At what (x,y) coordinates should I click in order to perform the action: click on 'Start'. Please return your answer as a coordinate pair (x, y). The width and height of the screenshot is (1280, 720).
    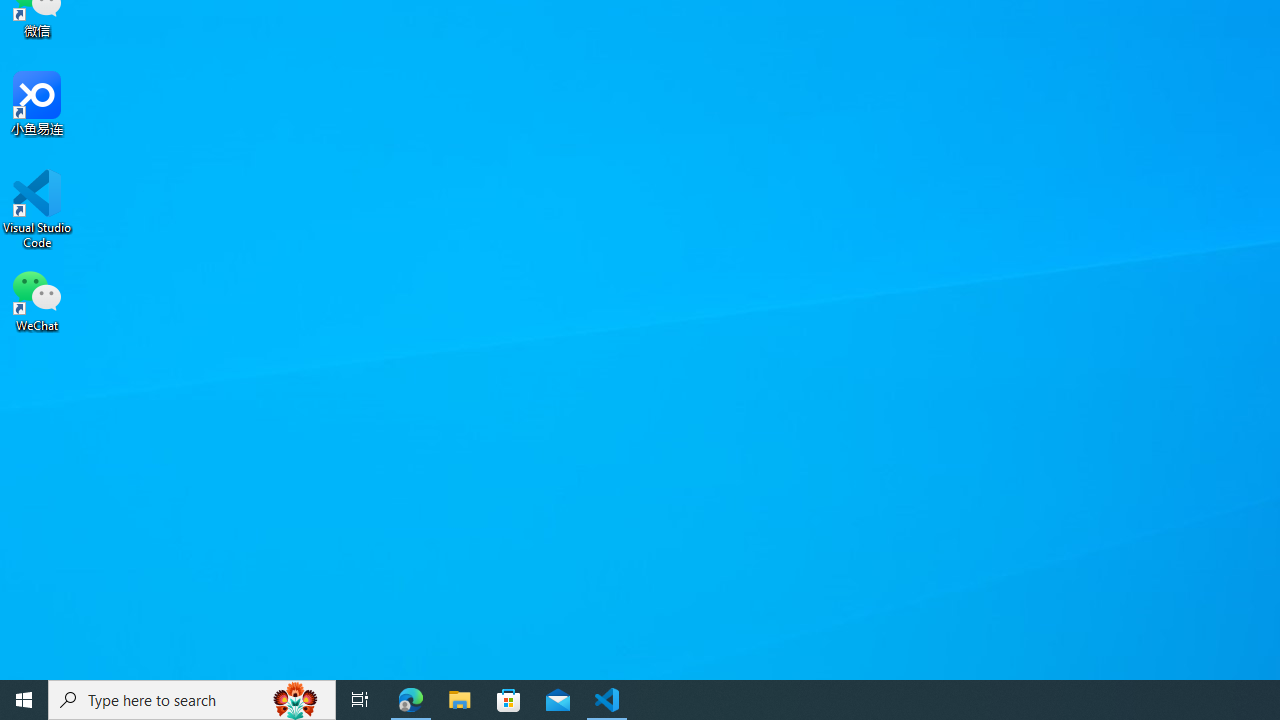
    Looking at the image, I should click on (24, 698).